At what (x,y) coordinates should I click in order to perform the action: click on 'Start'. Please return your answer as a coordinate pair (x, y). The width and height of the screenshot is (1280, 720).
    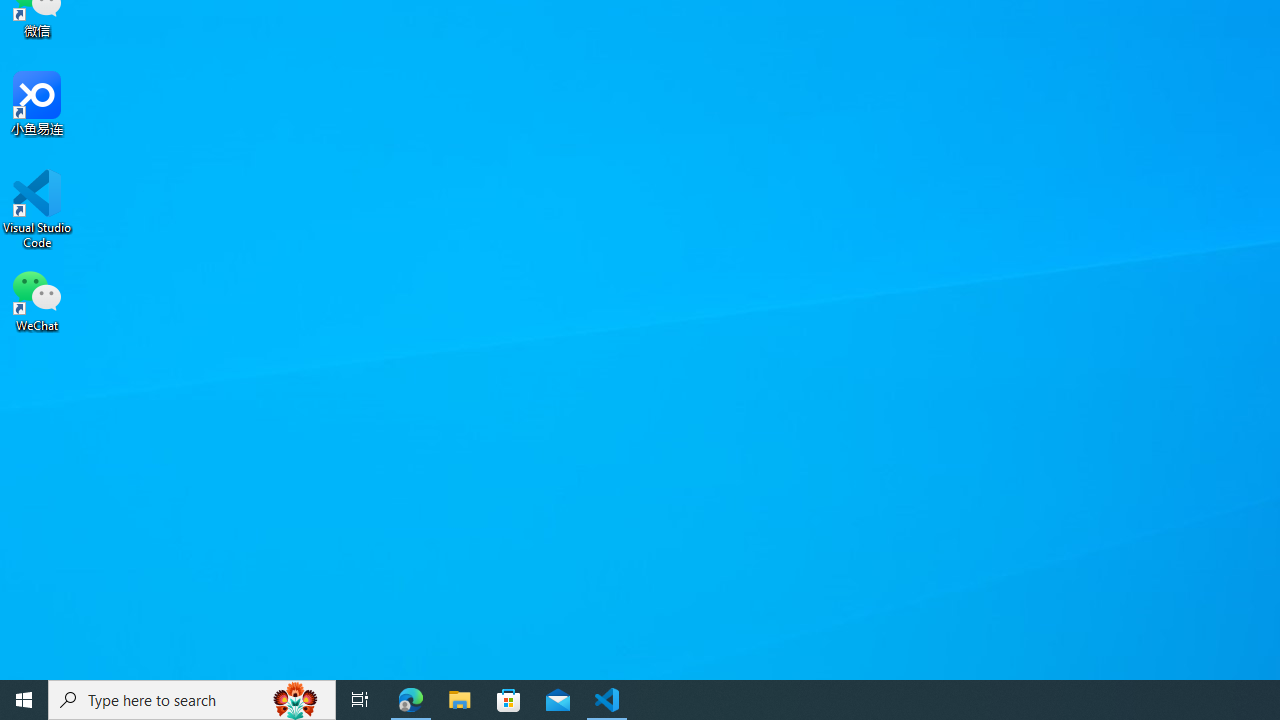
    Looking at the image, I should click on (24, 698).